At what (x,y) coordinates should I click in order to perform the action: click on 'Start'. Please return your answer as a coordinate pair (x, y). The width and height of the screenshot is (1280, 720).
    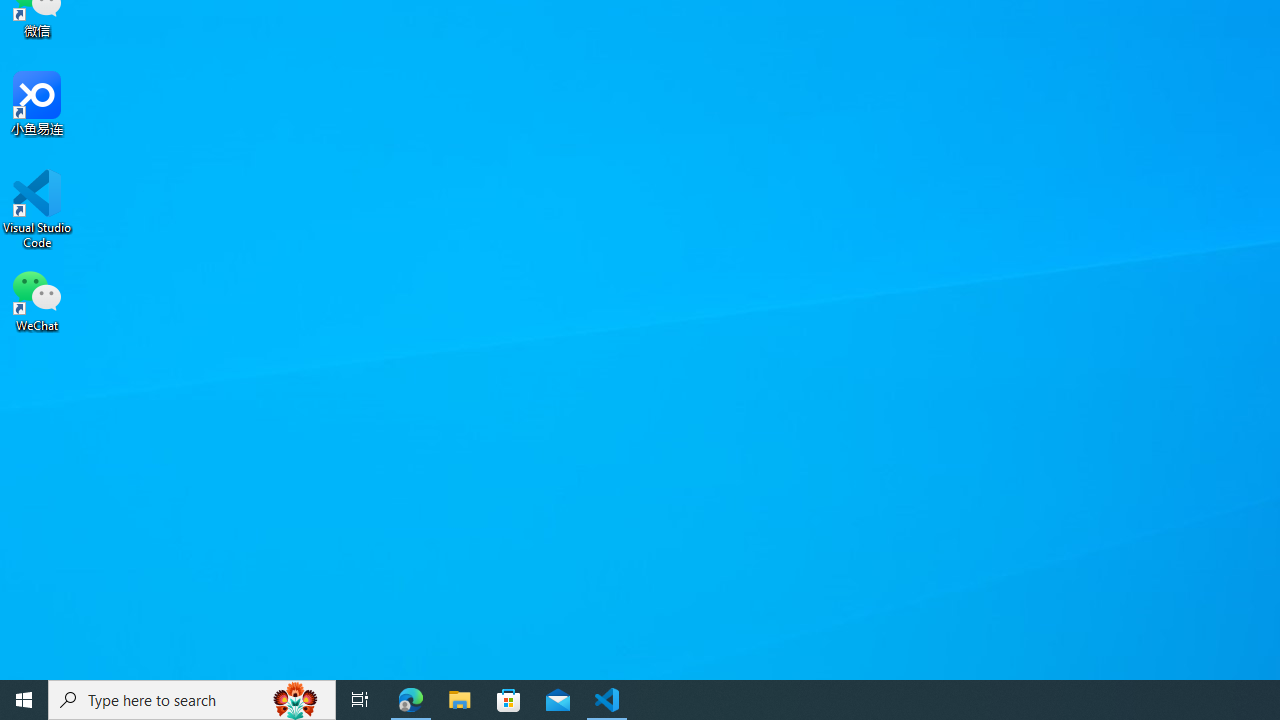
    Looking at the image, I should click on (24, 698).